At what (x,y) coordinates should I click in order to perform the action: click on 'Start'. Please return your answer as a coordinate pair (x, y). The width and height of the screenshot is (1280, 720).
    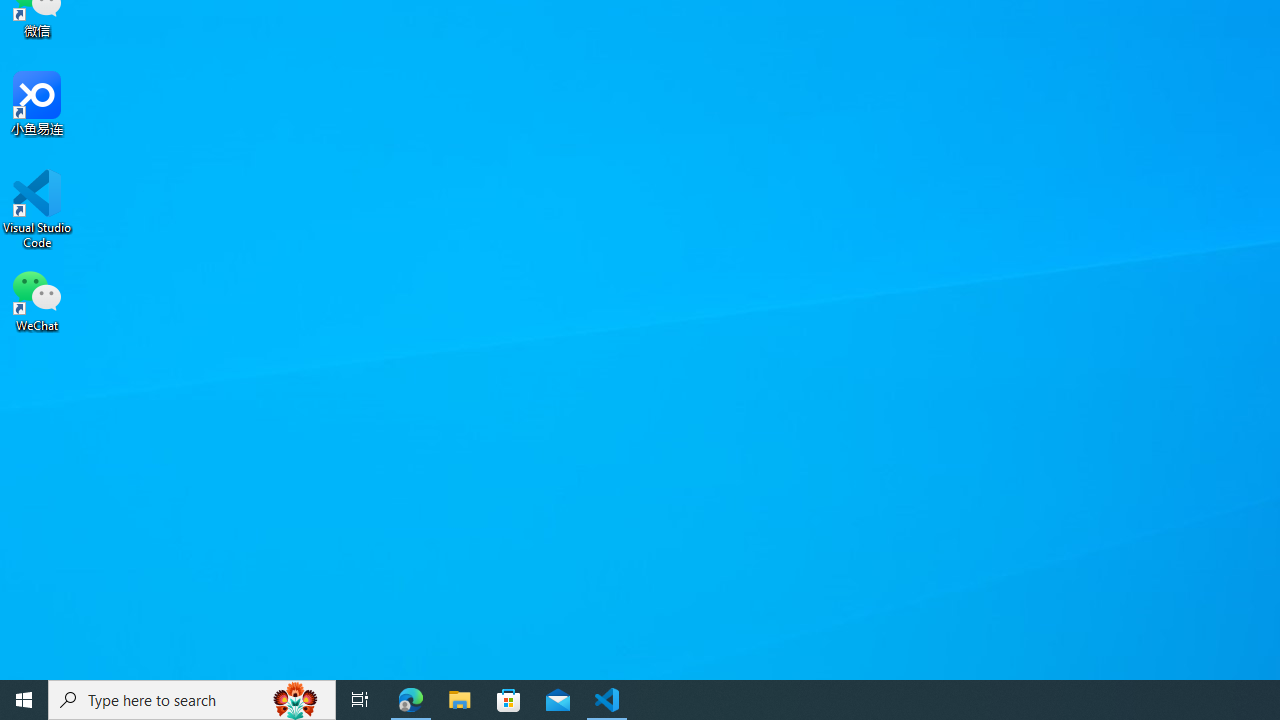
    Looking at the image, I should click on (24, 698).